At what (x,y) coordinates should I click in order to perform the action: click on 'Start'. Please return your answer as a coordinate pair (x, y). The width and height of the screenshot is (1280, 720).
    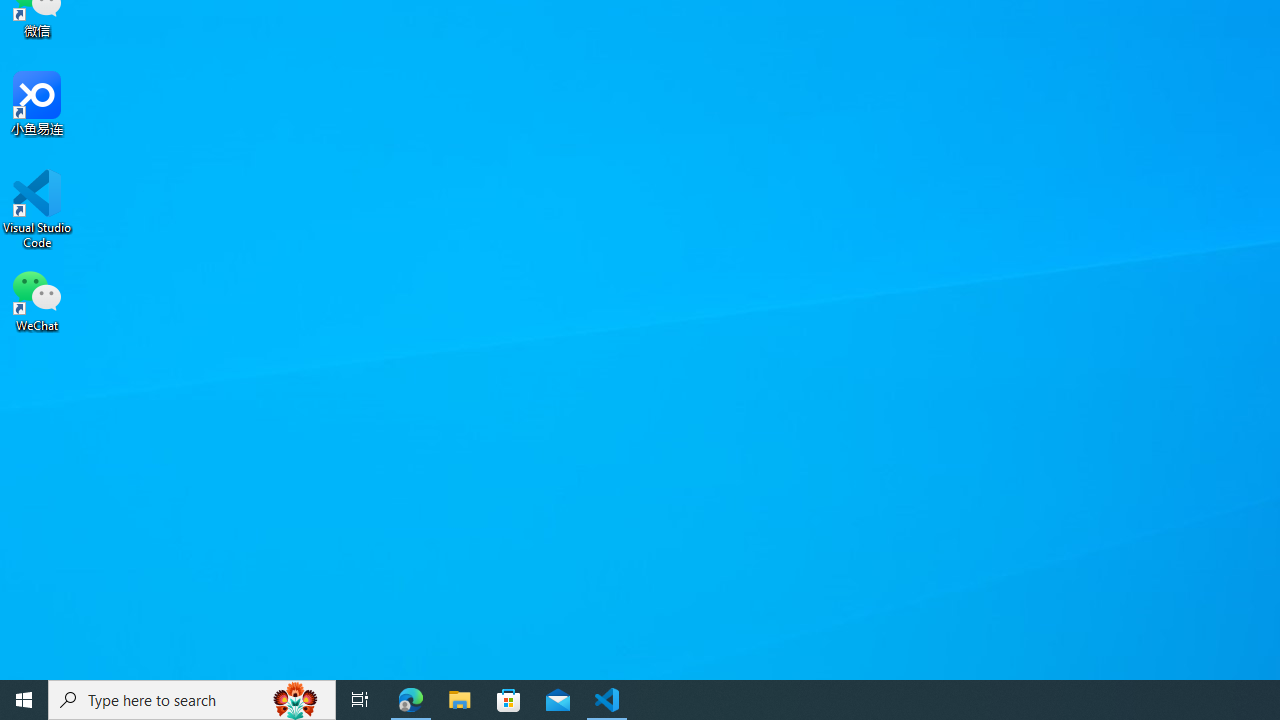
    Looking at the image, I should click on (24, 698).